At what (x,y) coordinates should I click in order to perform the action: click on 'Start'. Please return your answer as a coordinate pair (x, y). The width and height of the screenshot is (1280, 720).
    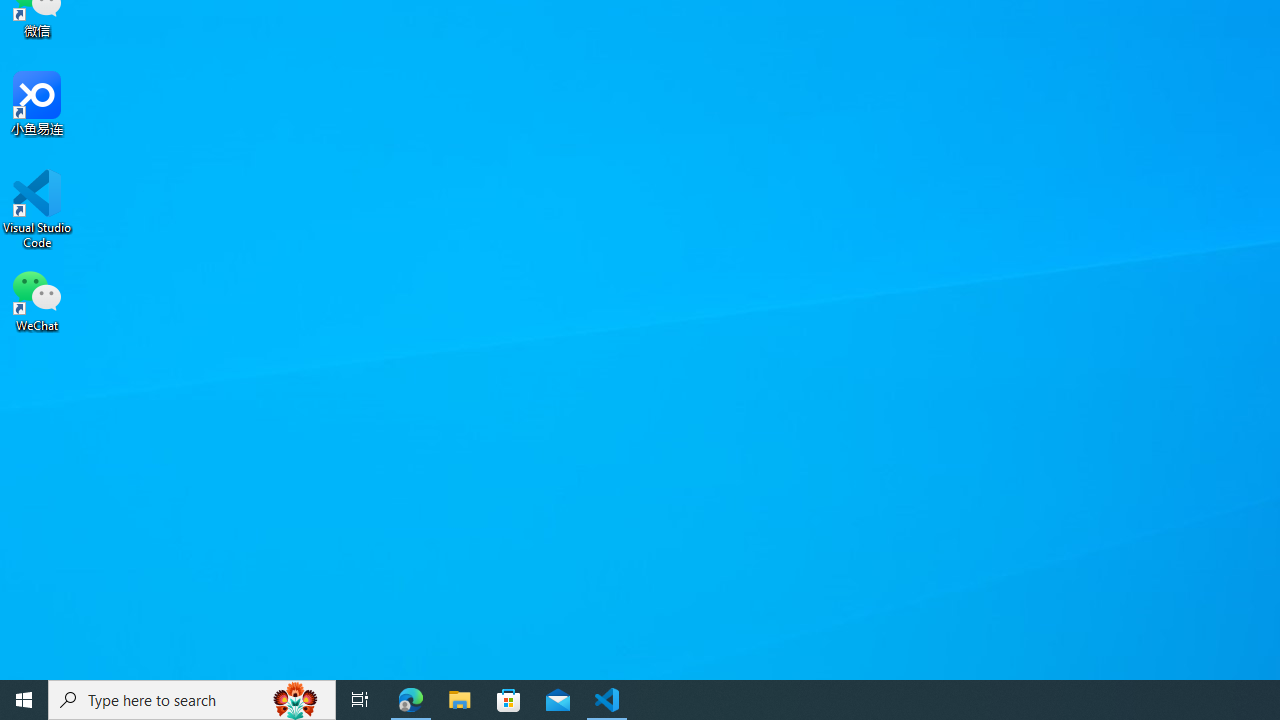
    Looking at the image, I should click on (24, 698).